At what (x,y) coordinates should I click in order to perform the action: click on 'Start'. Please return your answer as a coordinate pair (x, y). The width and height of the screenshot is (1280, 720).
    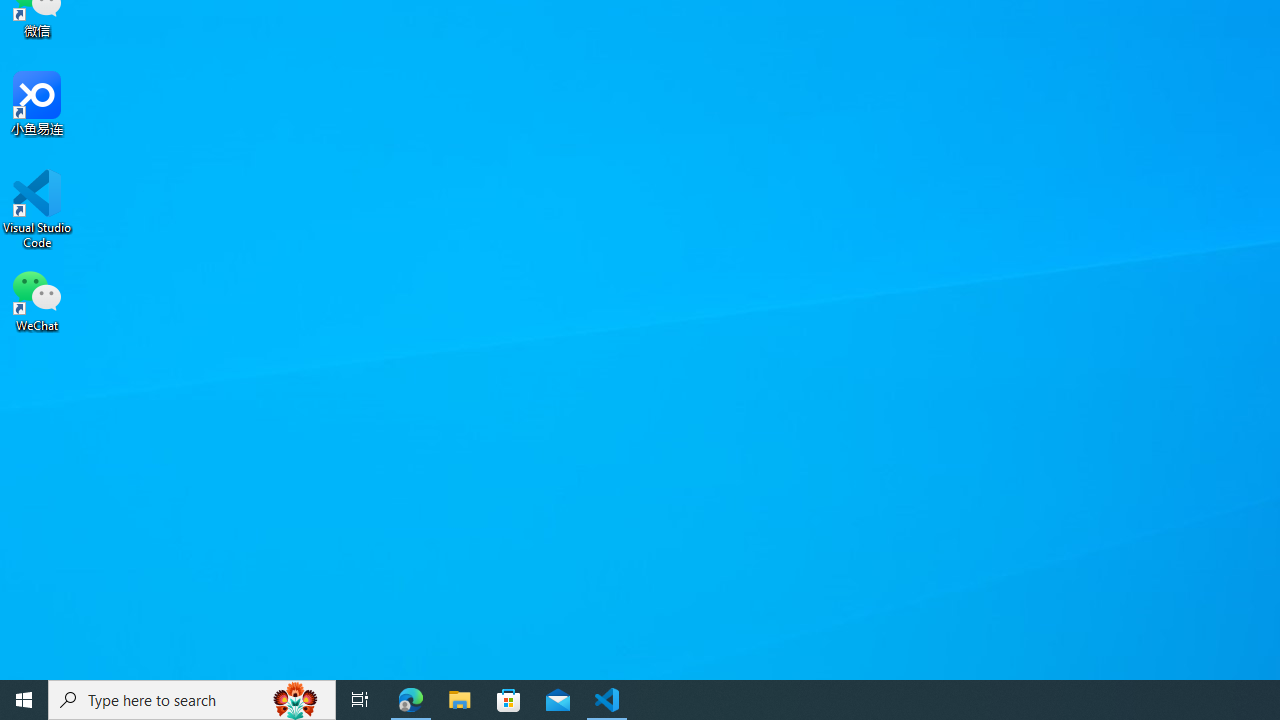
    Looking at the image, I should click on (24, 698).